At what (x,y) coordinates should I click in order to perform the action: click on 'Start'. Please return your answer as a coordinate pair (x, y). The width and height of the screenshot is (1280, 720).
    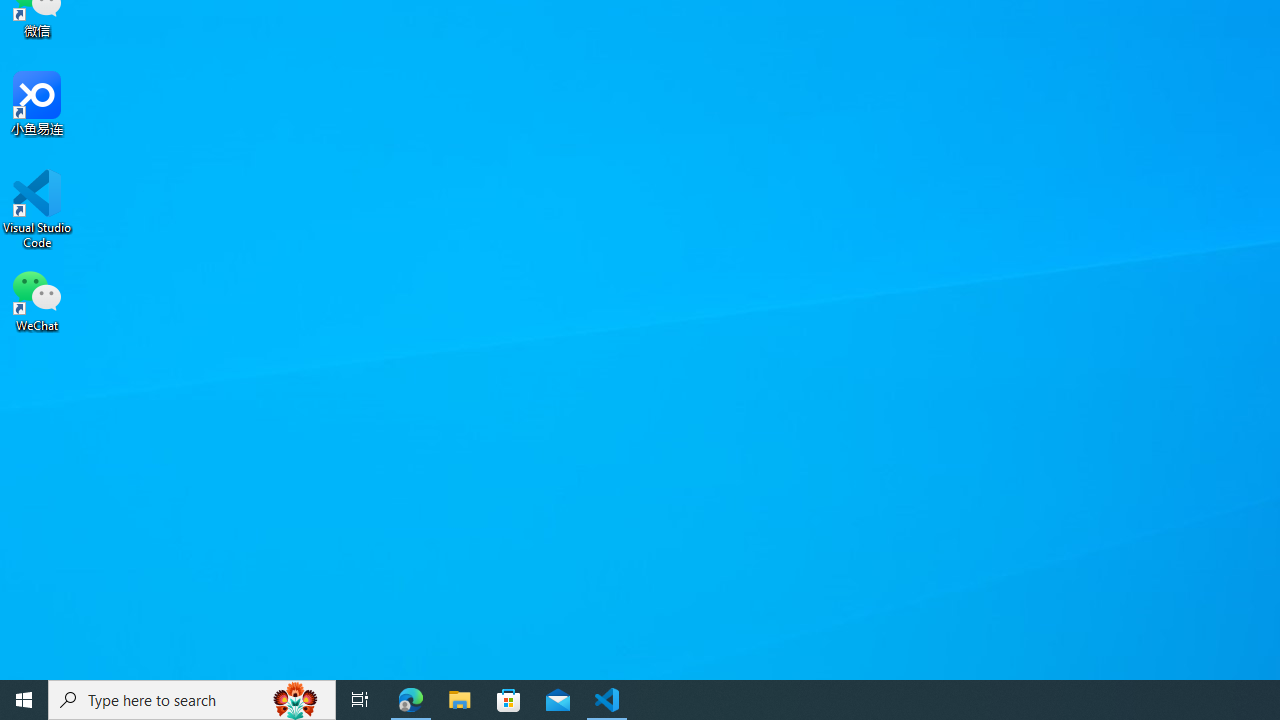
    Looking at the image, I should click on (24, 698).